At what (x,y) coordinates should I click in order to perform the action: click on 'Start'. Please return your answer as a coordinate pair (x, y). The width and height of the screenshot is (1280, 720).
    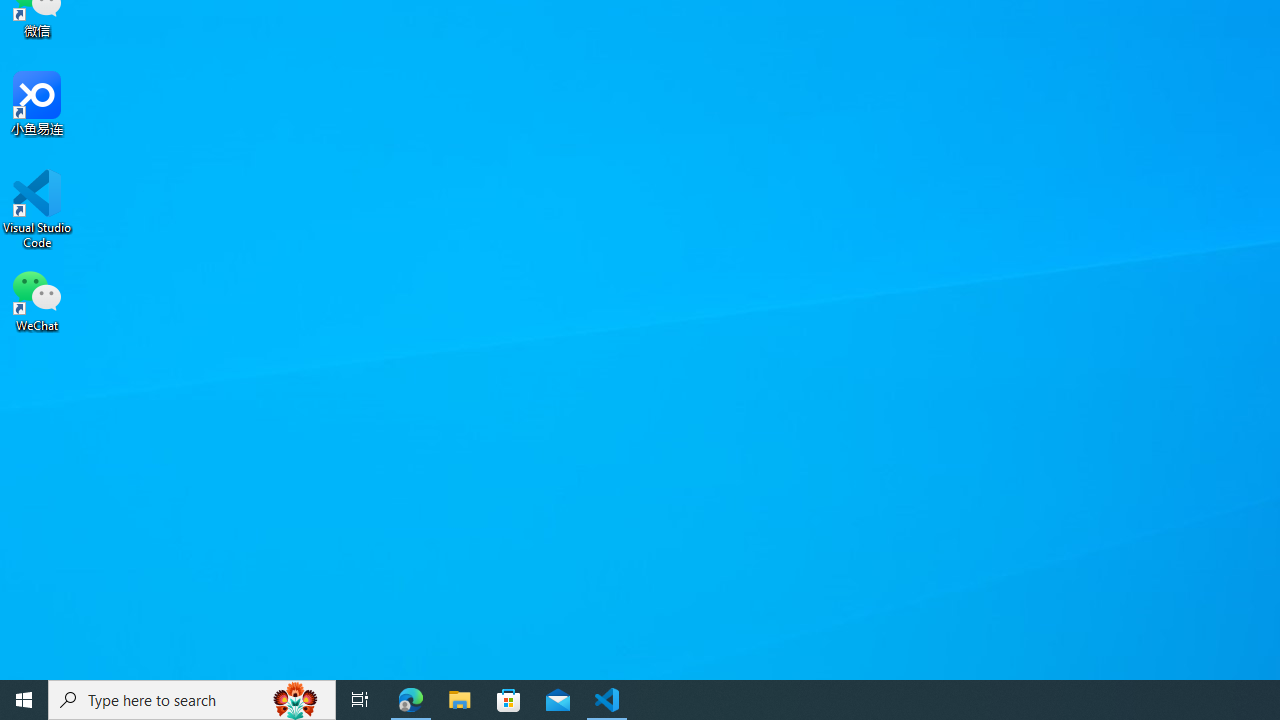
    Looking at the image, I should click on (24, 698).